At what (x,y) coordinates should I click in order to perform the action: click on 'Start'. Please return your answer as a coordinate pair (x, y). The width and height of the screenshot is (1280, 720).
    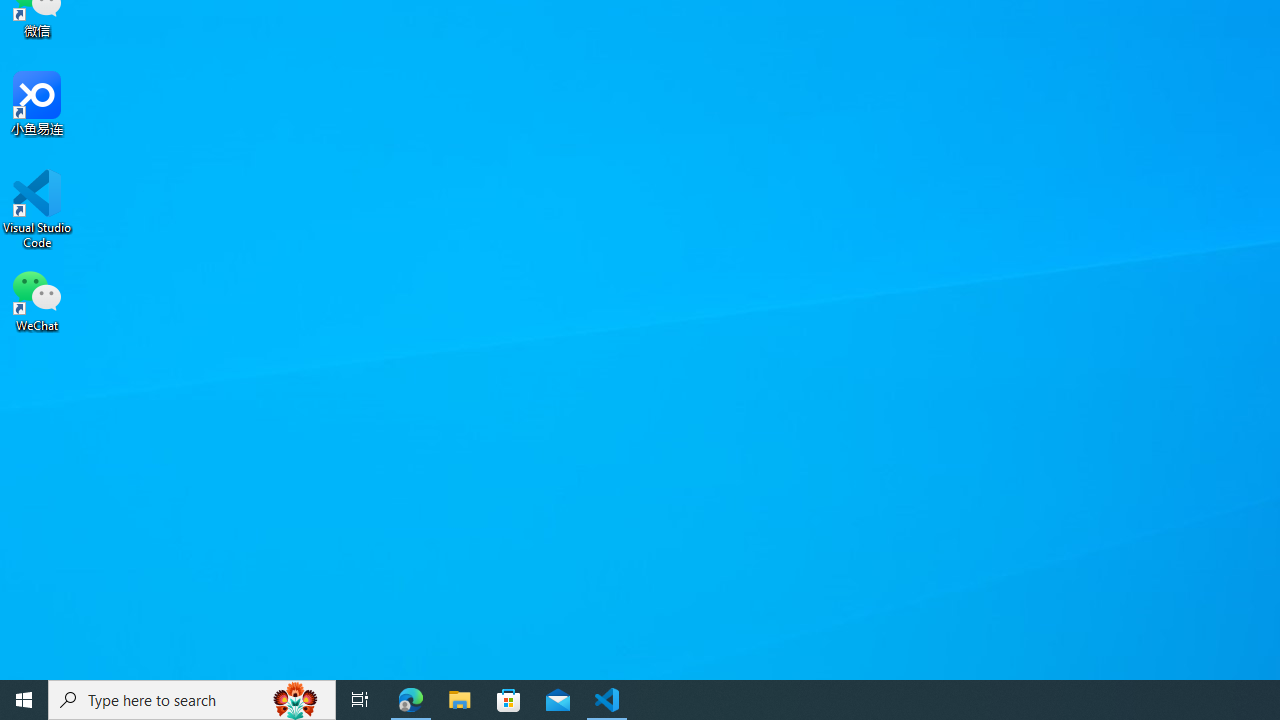
    Looking at the image, I should click on (24, 698).